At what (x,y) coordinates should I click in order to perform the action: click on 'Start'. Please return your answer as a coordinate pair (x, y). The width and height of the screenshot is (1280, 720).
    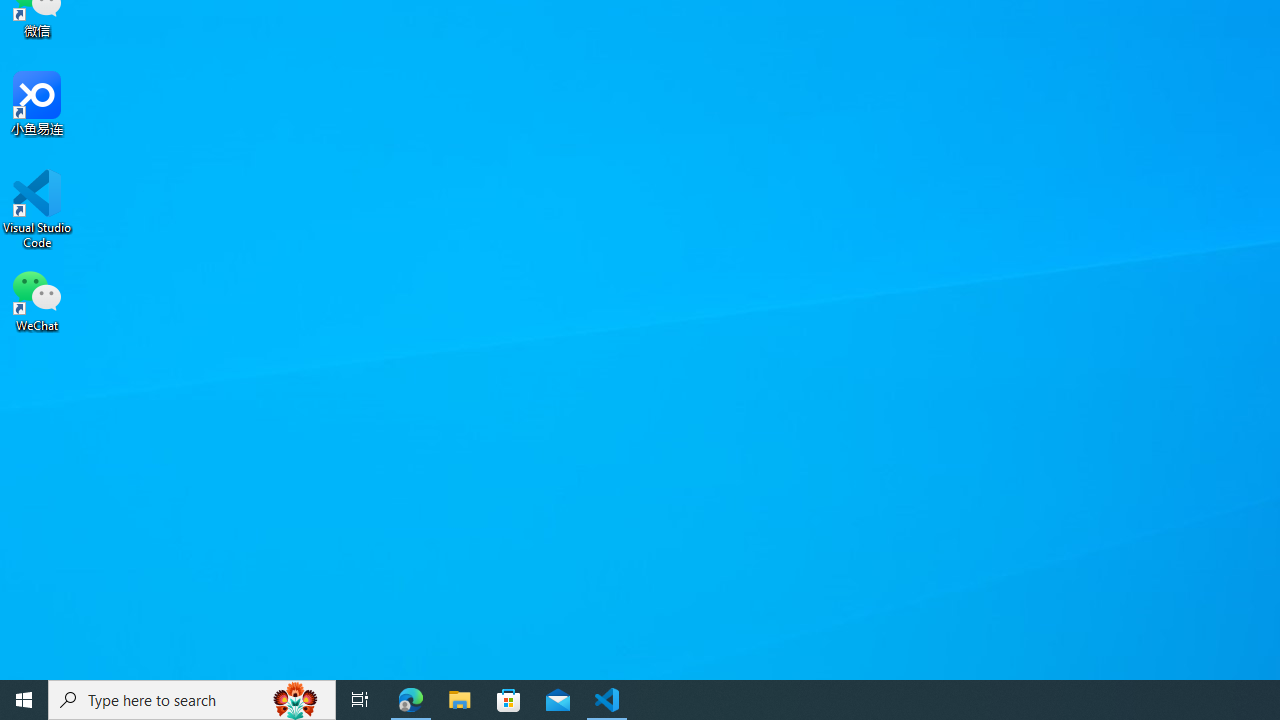
    Looking at the image, I should click on (24, 698).